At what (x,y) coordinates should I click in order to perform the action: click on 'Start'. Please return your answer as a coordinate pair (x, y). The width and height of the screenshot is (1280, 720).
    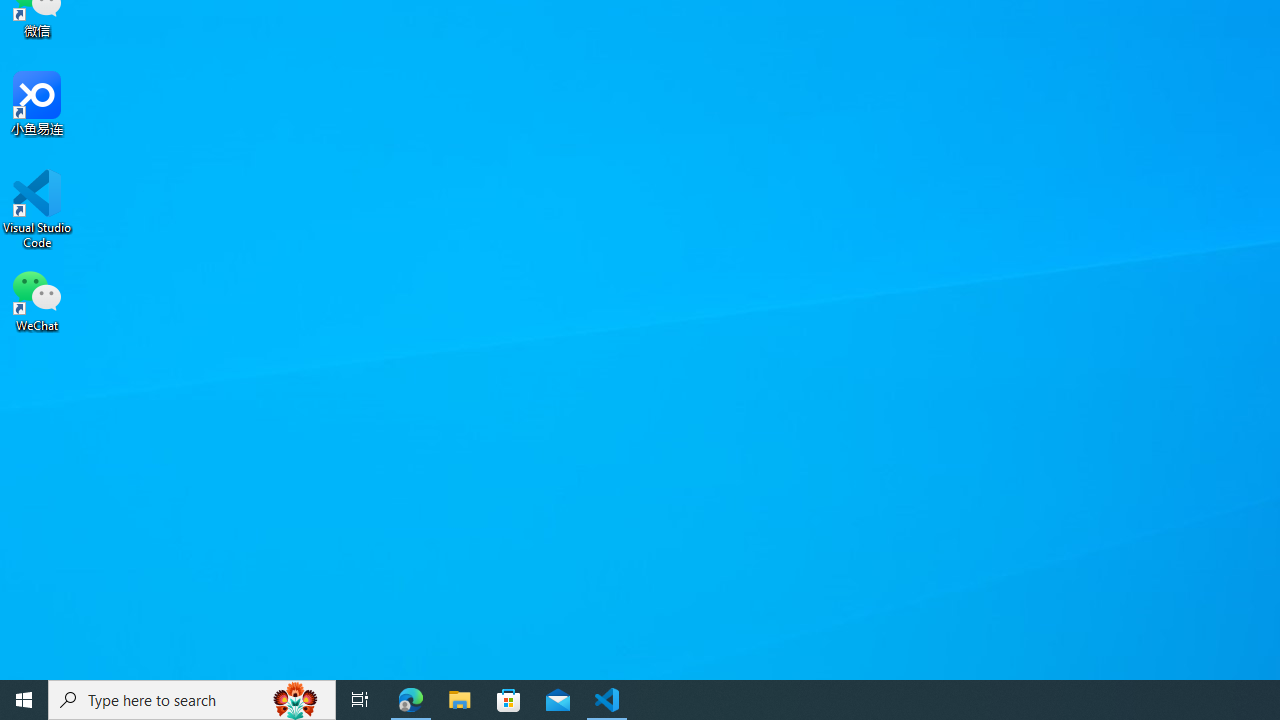
    Looking at the image, I should click on (24, 698).